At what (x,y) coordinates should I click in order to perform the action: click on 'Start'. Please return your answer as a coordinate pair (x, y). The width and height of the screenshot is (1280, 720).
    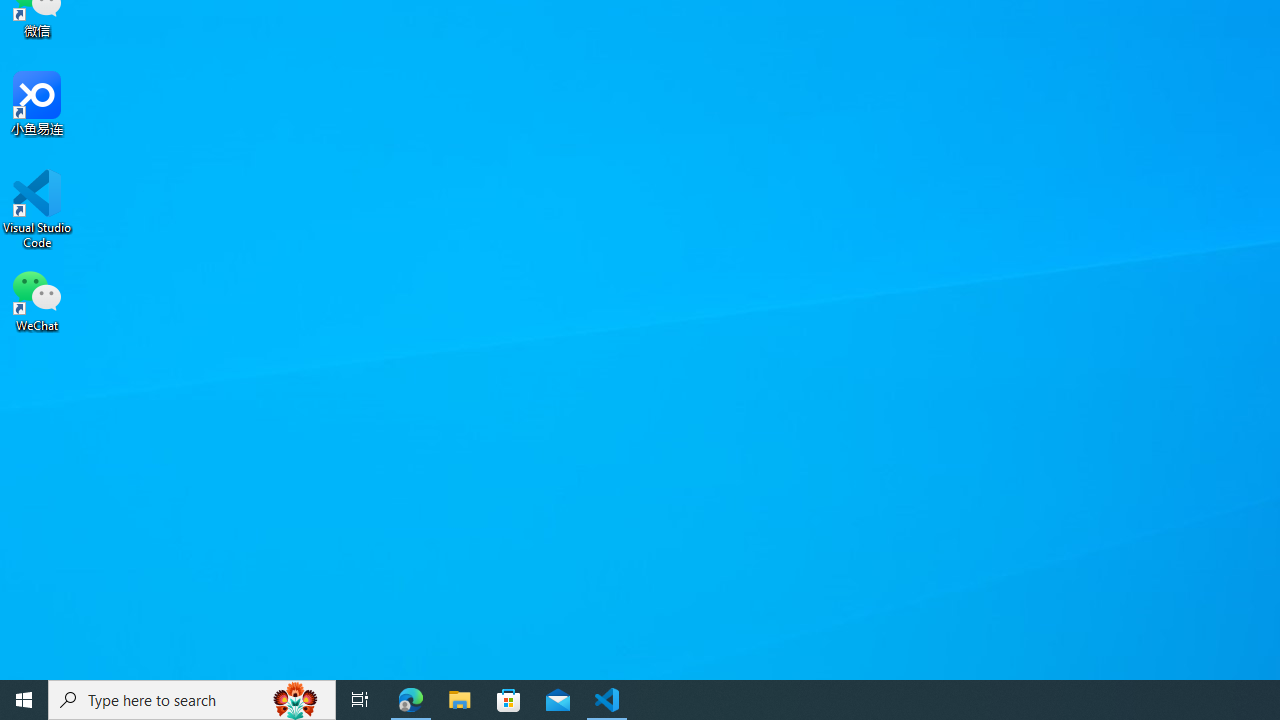
    Looking at the image, I should click on (24, 698).